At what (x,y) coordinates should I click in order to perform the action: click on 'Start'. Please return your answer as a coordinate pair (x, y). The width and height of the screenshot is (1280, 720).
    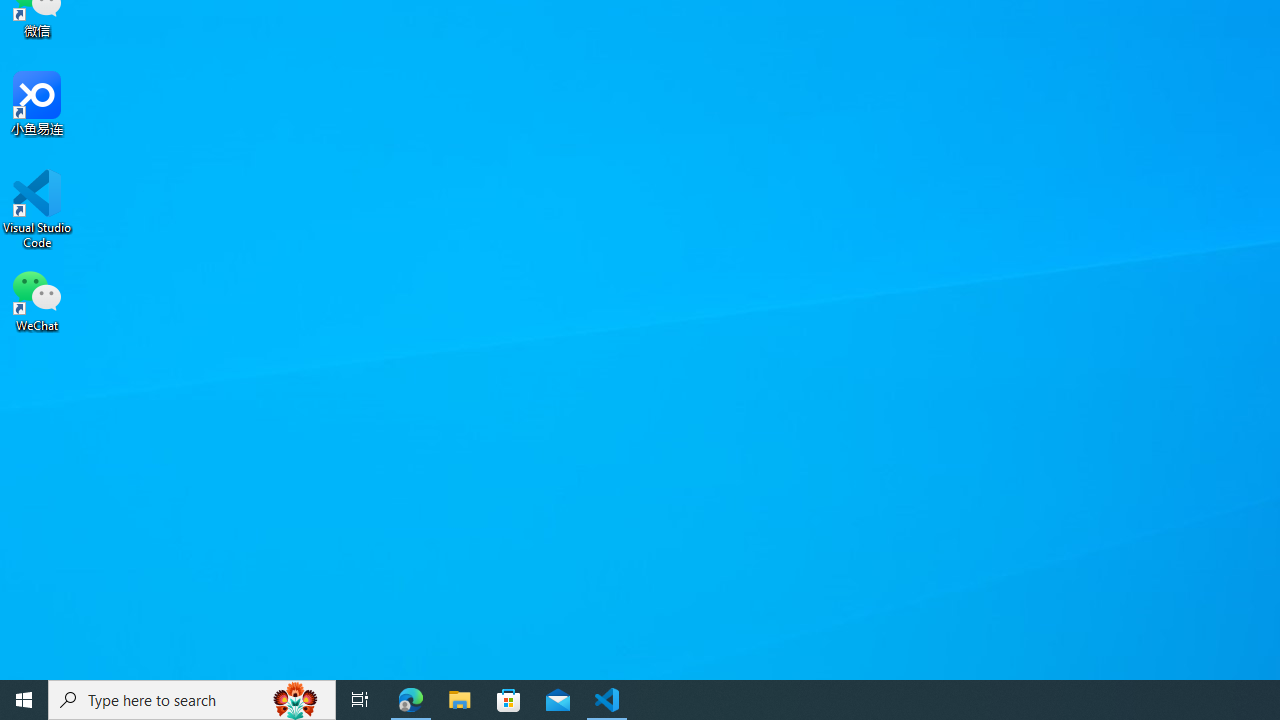
    Looking at the image, I should click on (24, 698).